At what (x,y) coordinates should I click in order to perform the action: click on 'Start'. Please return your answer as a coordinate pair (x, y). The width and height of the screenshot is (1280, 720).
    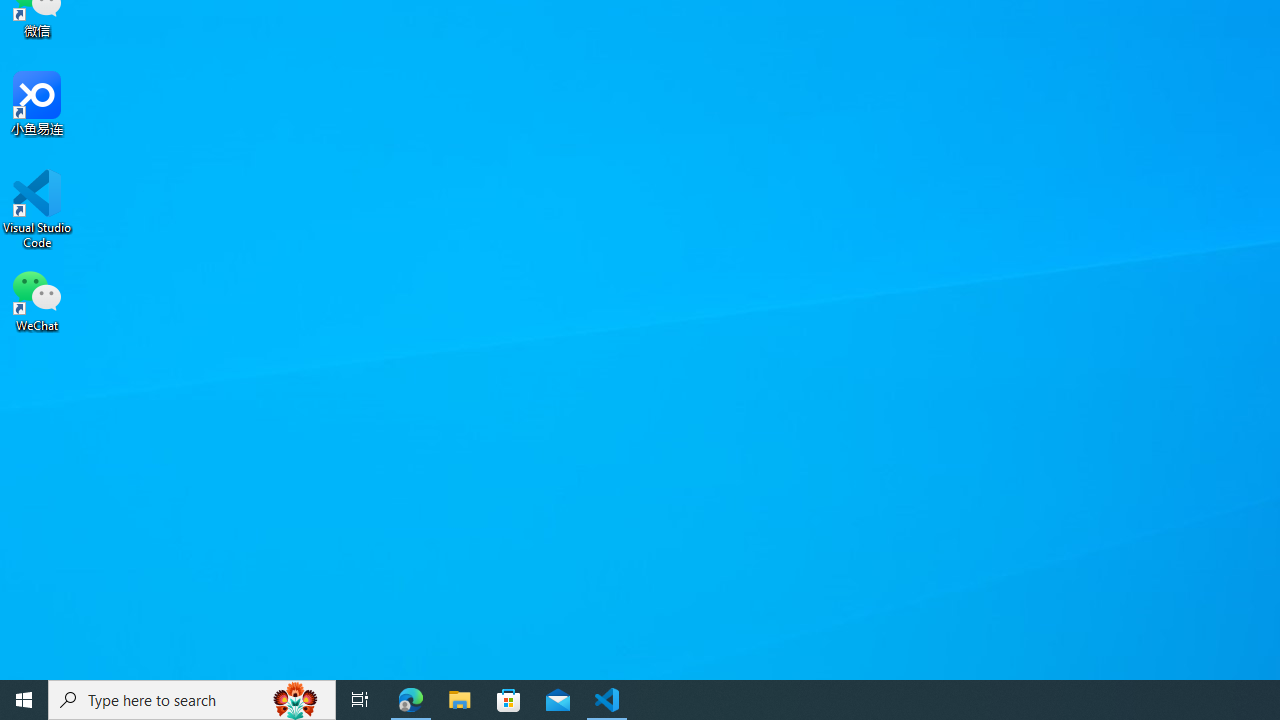
    Looking at the image, I should click on (24, 698).